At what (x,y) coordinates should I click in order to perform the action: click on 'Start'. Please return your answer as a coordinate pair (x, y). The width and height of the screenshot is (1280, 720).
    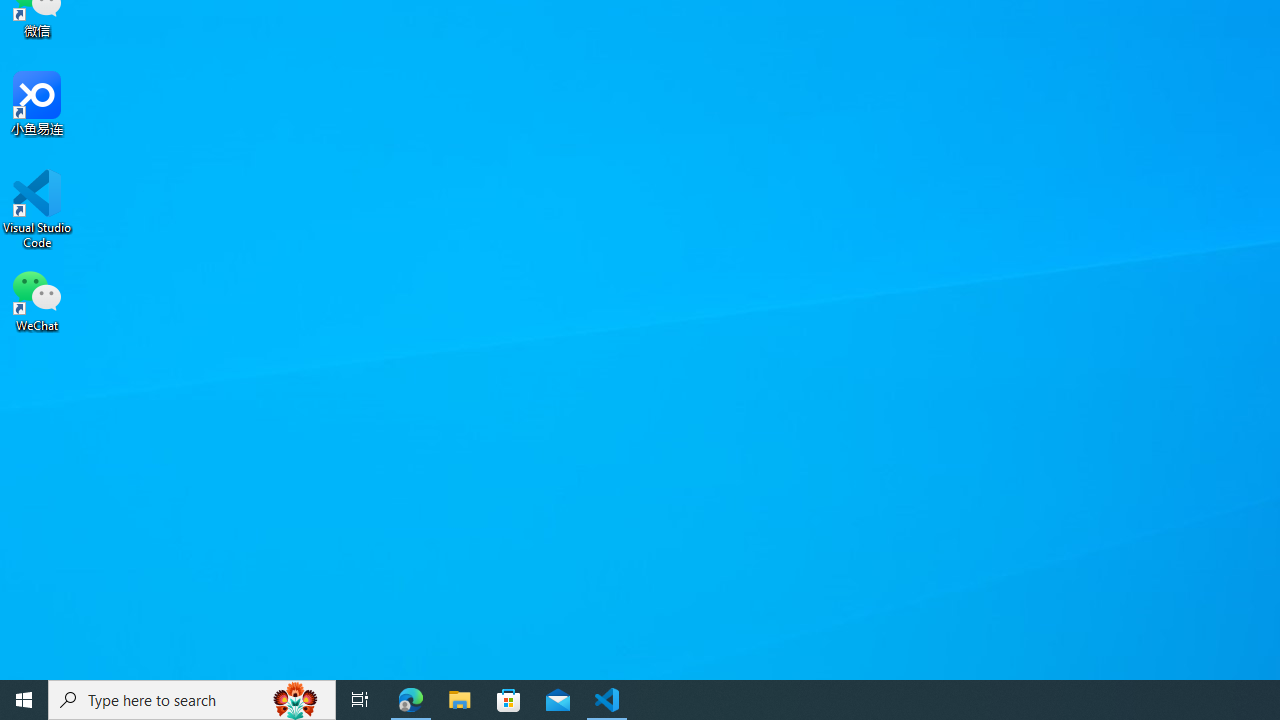
    Looking at the image, I should click on (24, 698).